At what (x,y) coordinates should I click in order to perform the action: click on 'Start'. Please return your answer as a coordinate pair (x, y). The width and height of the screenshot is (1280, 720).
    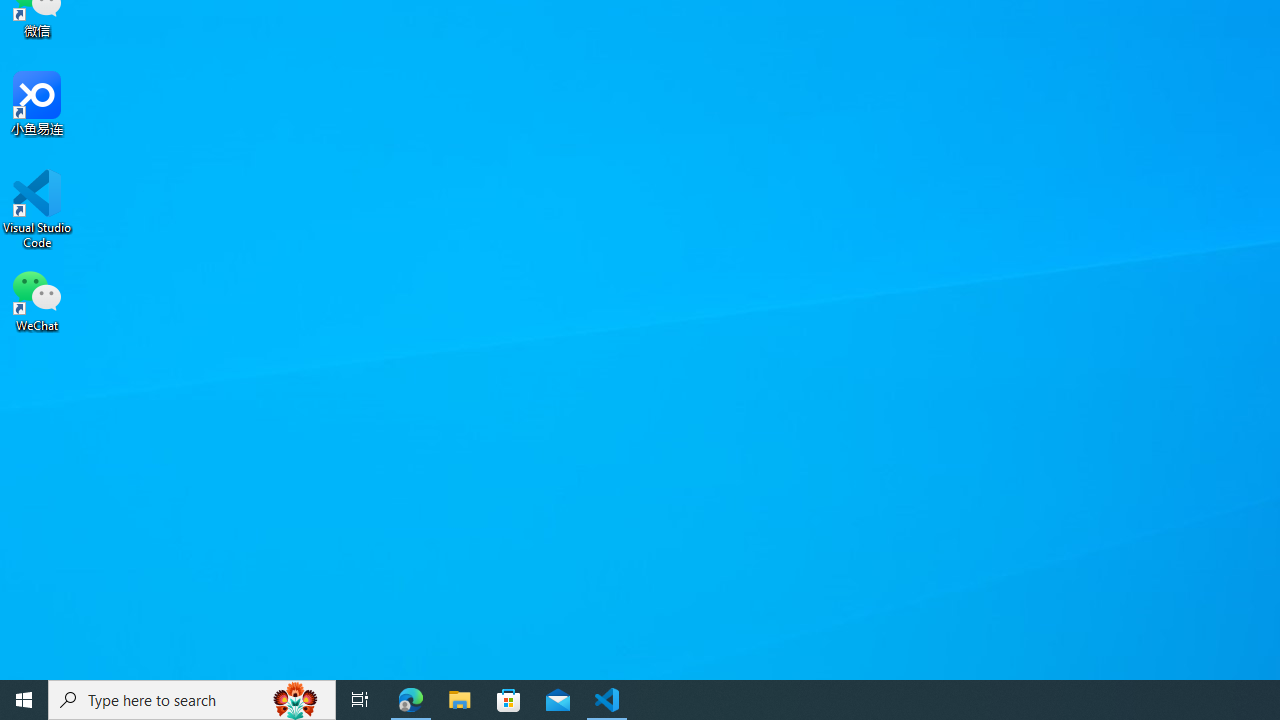
    Looking at the image, I should click on (24, 698).